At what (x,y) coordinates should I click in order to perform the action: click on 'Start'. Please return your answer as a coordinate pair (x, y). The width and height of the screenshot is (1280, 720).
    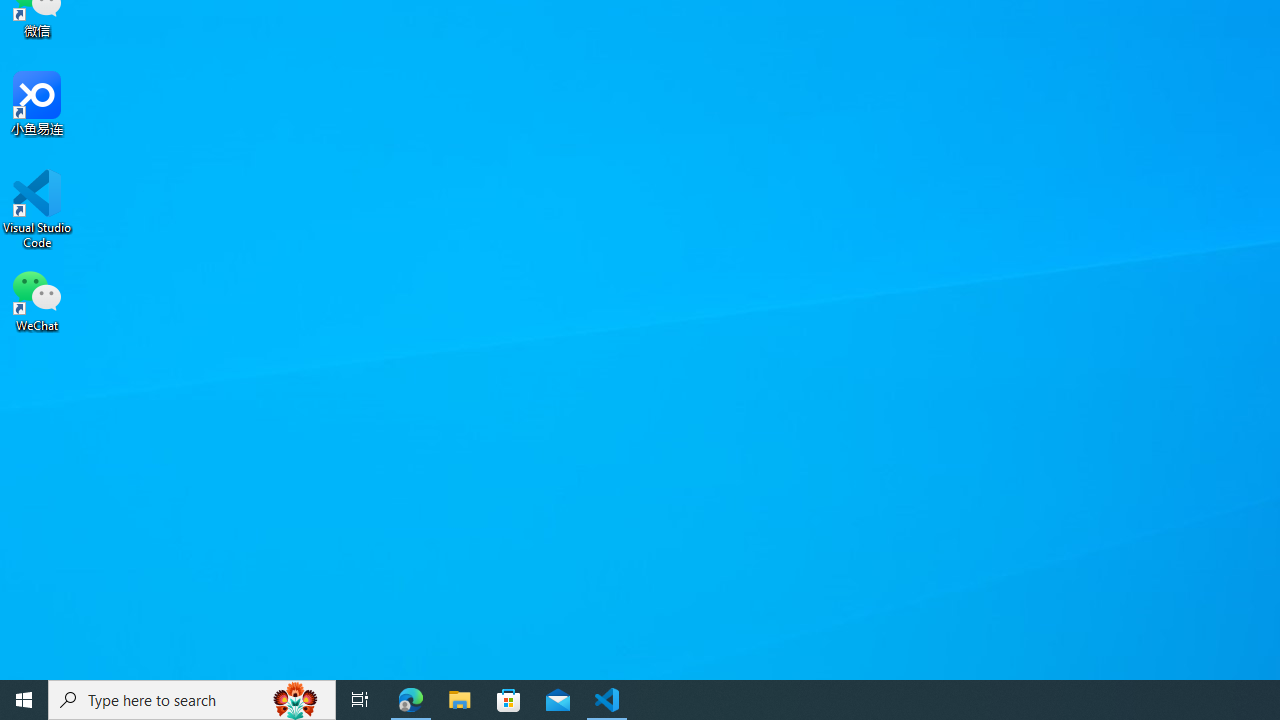
    Looking at the image, I should click on (24, 698).